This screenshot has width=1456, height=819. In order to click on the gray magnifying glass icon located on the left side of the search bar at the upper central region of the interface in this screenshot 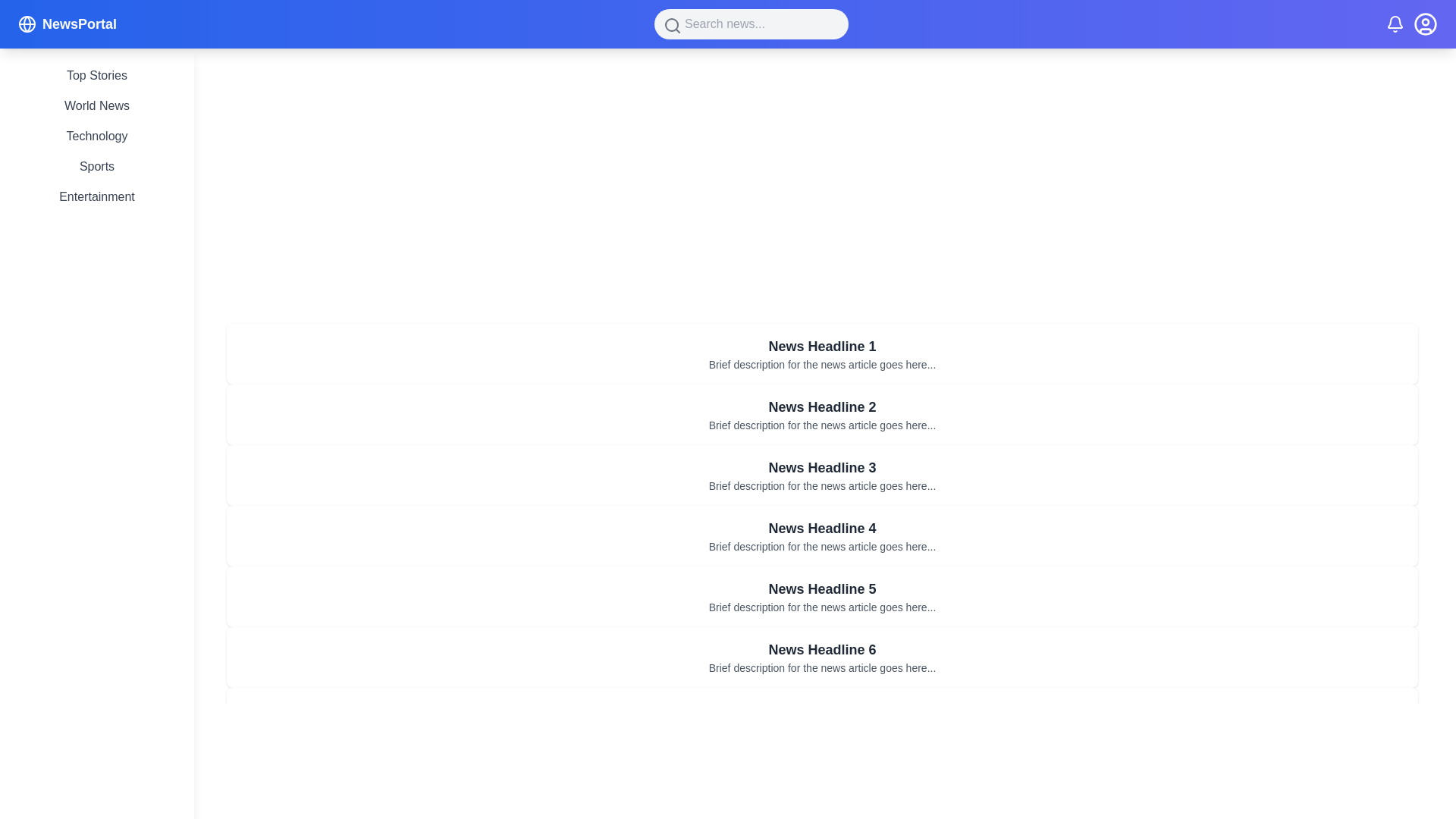, I will do `click(672, 26)`.